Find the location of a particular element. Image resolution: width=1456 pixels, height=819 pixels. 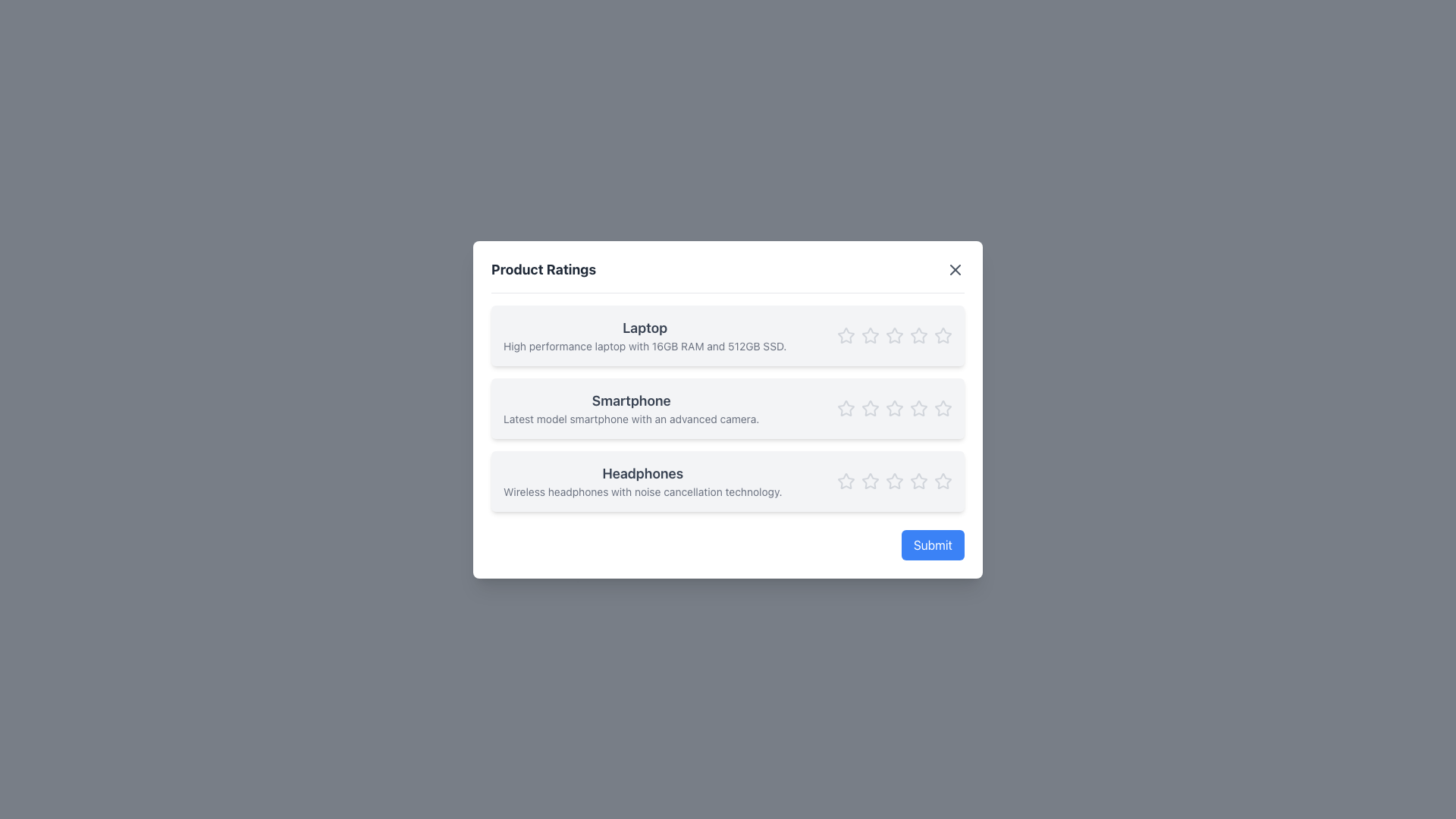

the unfilled star-shaped icon, which is the fourth in the rating row under the 'Smartphone' section is located at coordinates (895, 407).